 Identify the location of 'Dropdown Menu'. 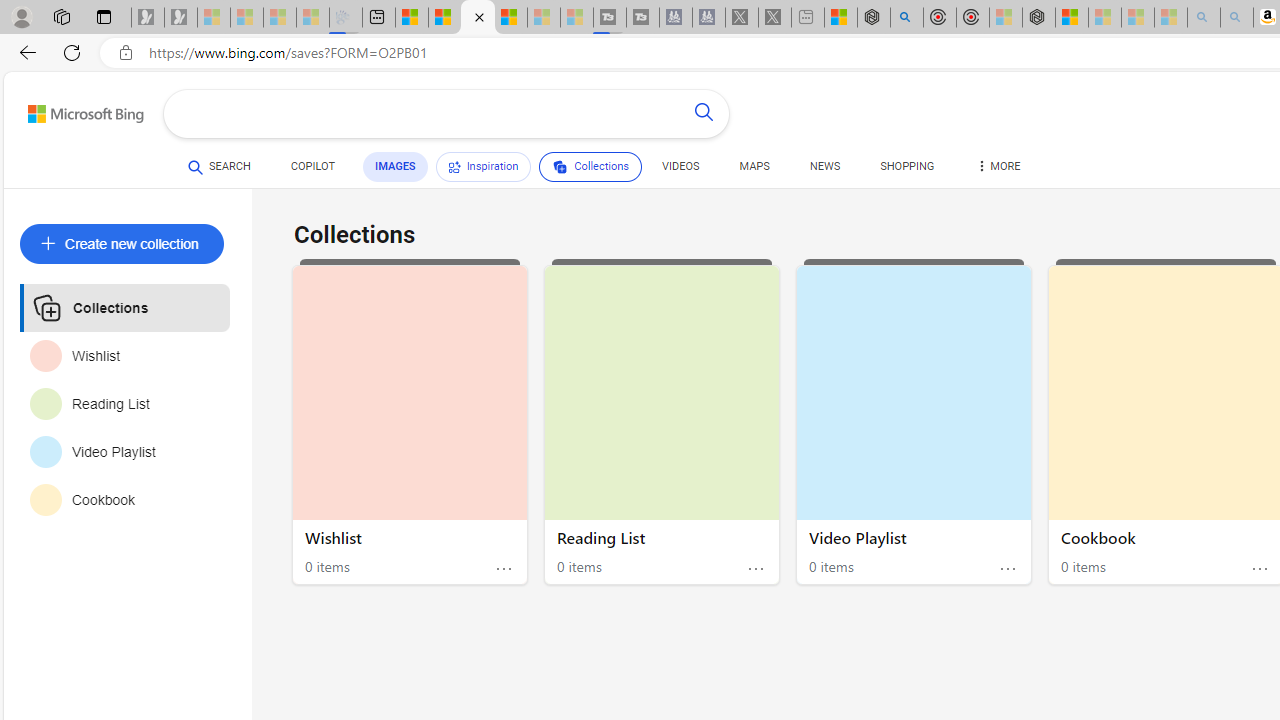
(997, 166).